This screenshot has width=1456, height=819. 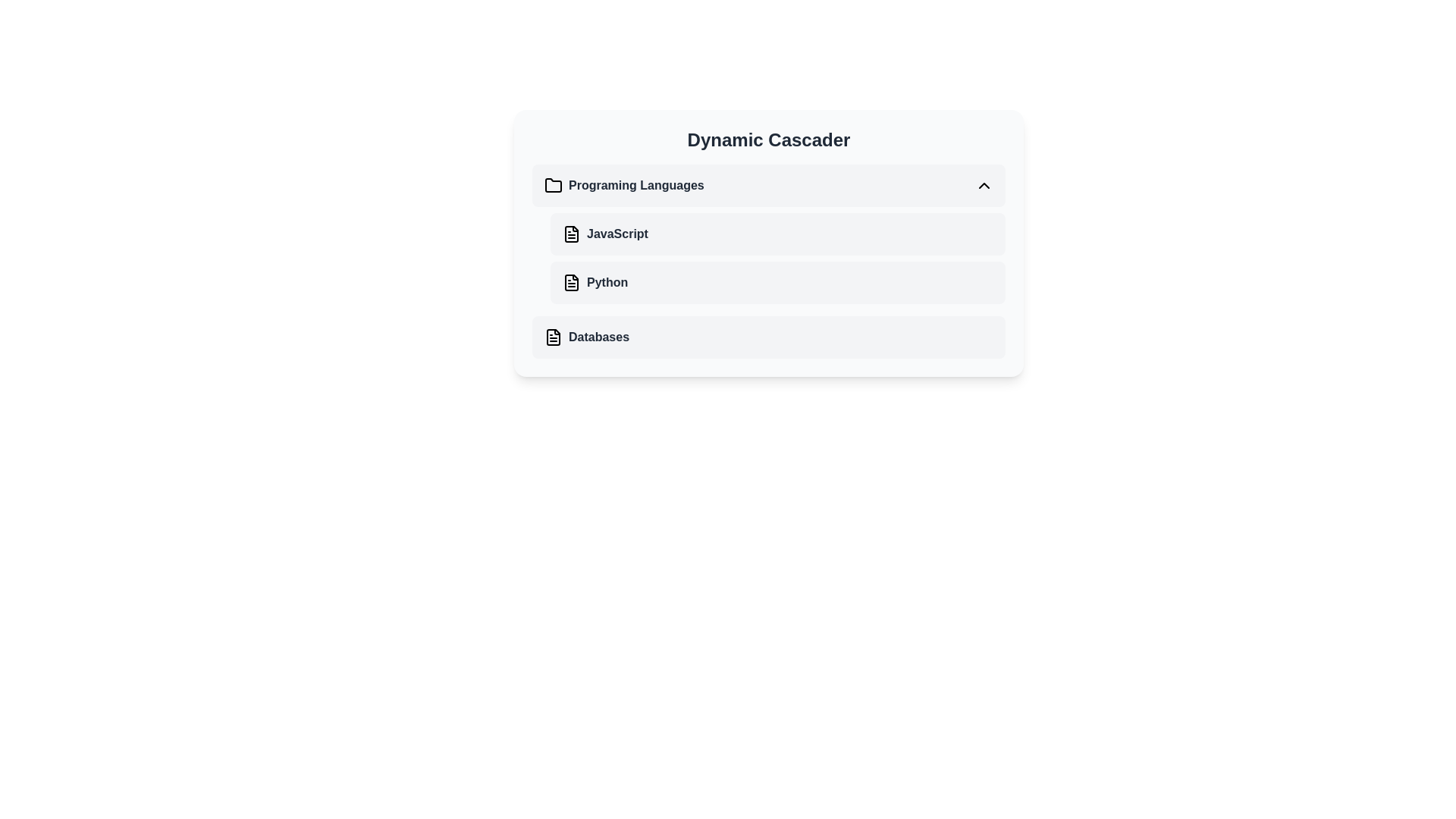 I want to click on the 'JavaScript' text label in the 'Dynamic Cascader' section, so click(x=617, y=234).